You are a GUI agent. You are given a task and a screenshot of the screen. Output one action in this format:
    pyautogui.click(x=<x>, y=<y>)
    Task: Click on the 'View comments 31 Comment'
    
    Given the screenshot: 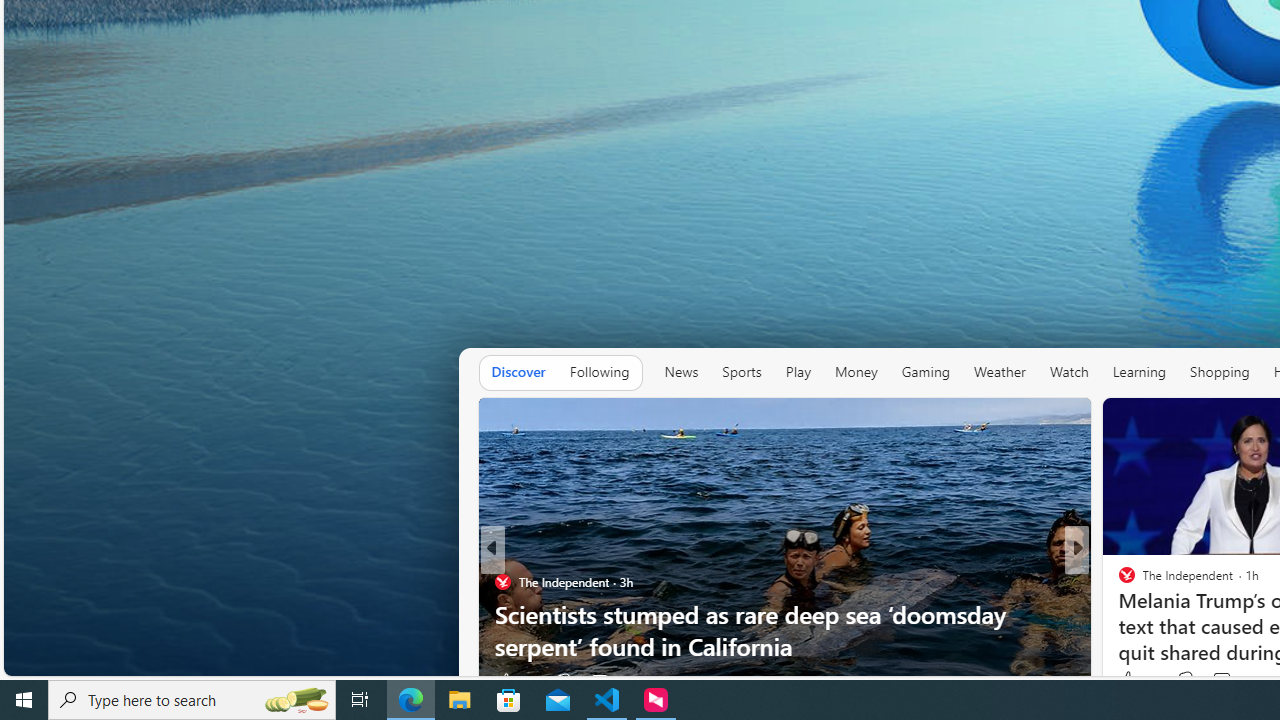 What is the action you would take?
    pyautogui.click(x=1214, y=680)
    